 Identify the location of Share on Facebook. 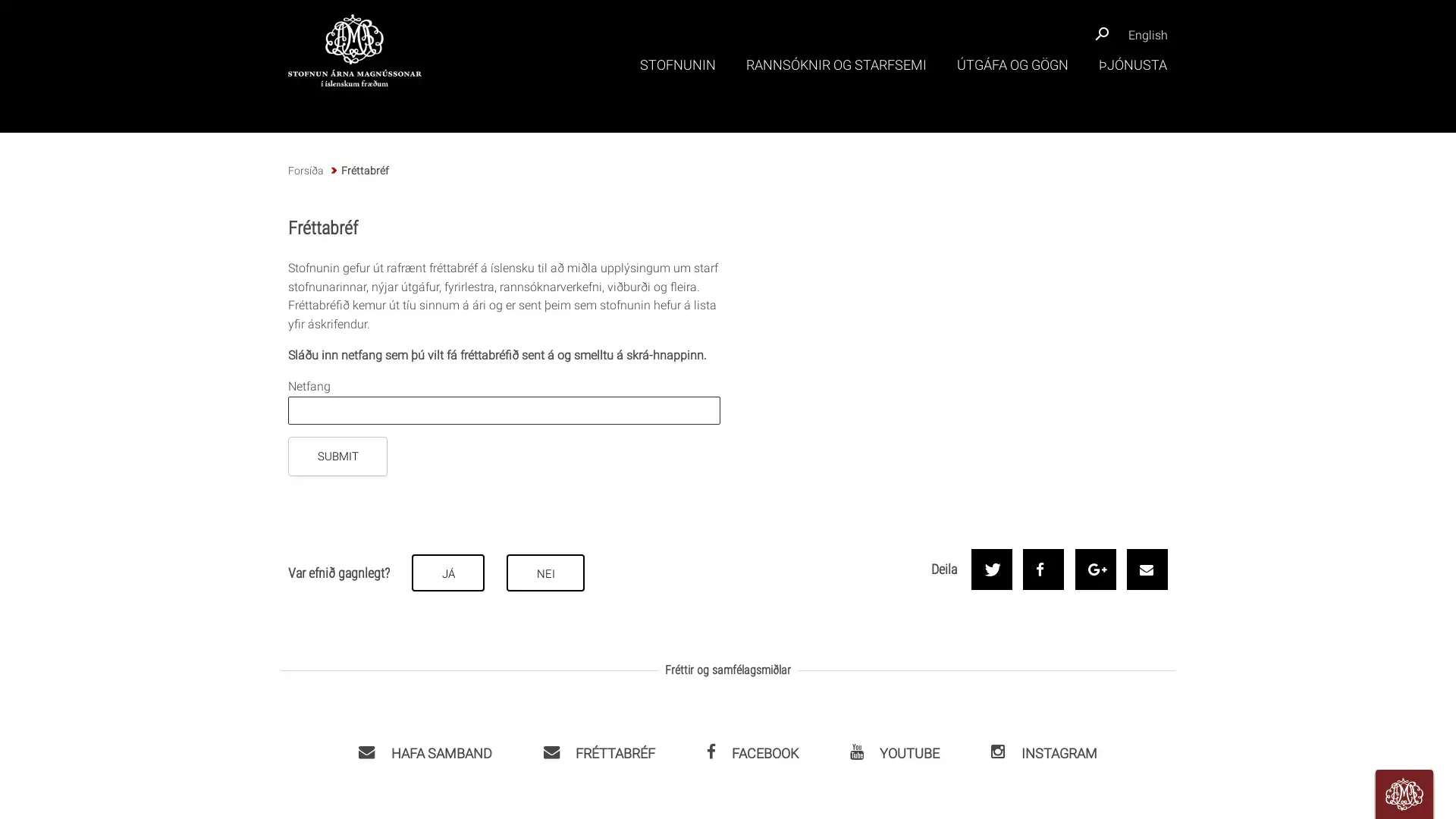
(1043, 568).